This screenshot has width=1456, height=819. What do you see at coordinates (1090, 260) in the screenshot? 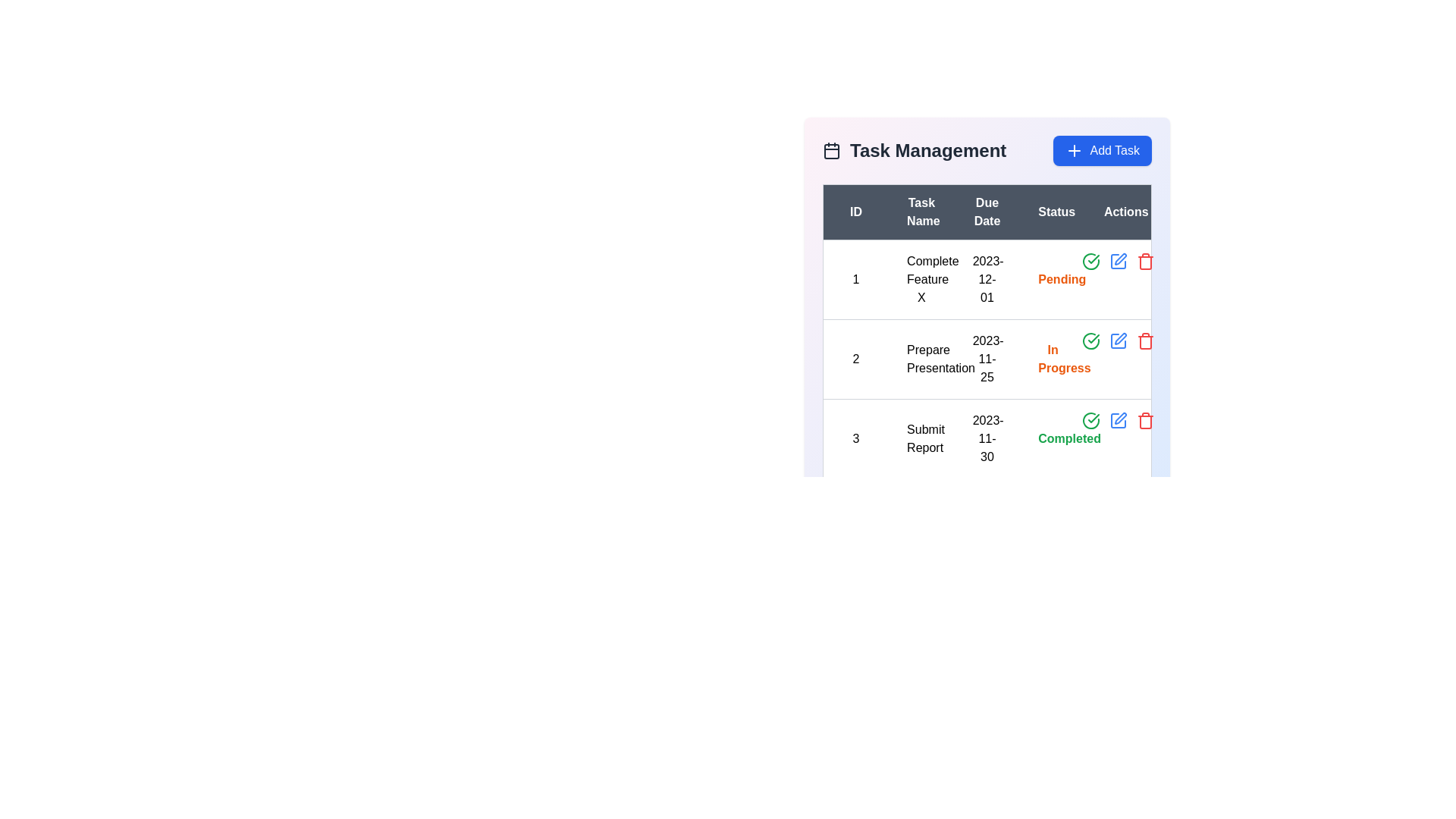
I see `the green circular icon with a tick mark in the 'Status' column of the first row in the 'Task Management' table` at bounding box center [1090, 260].